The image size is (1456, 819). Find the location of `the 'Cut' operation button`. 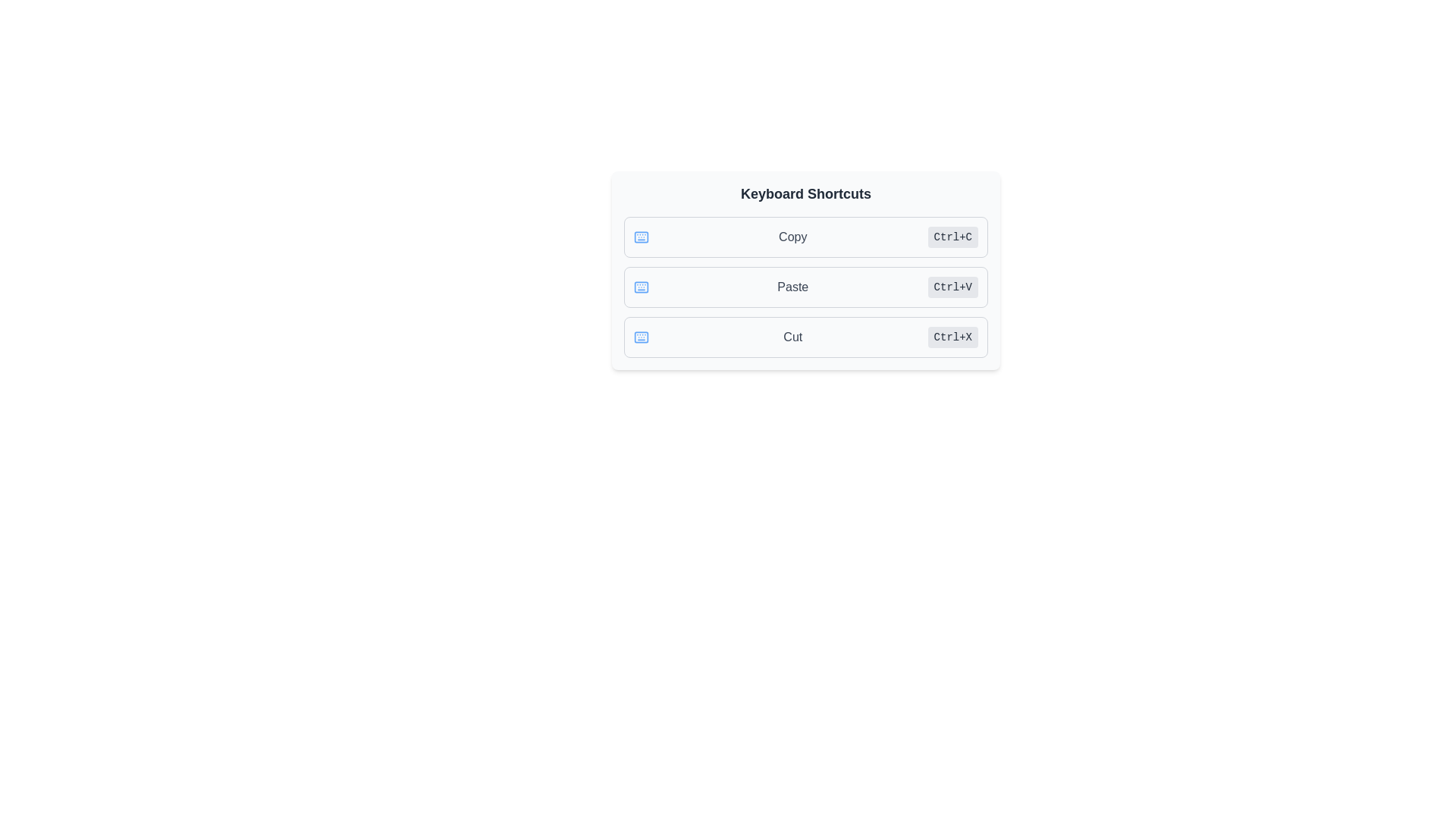

the 'Cut' operation button is located at coordinates (805, 336).